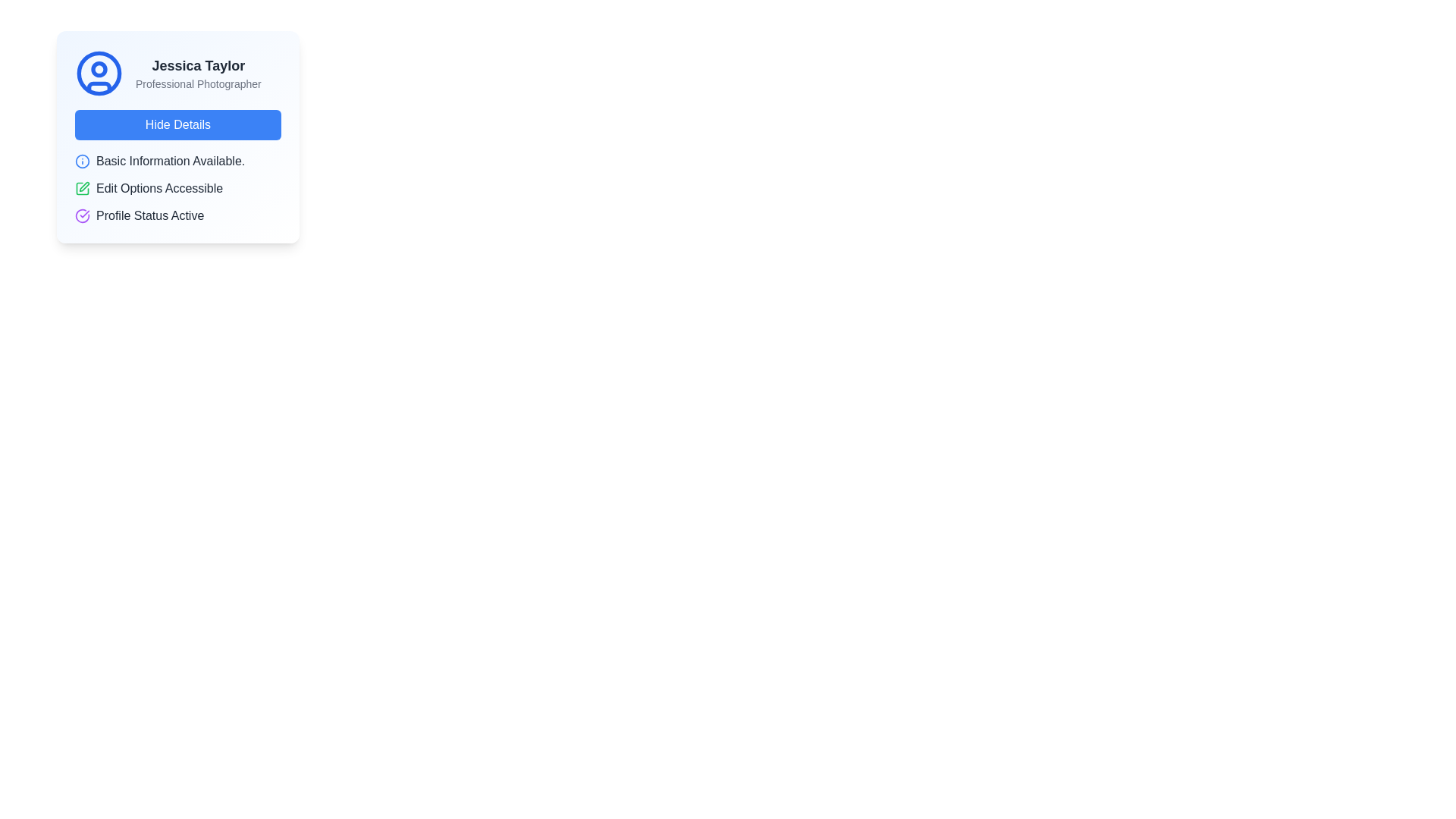 This screenshot has width=1456, height=819. I want to click on the edit icon located to the left of the text 'Edit Options Accessible' which triggers the modification feature, so click(82, 188).